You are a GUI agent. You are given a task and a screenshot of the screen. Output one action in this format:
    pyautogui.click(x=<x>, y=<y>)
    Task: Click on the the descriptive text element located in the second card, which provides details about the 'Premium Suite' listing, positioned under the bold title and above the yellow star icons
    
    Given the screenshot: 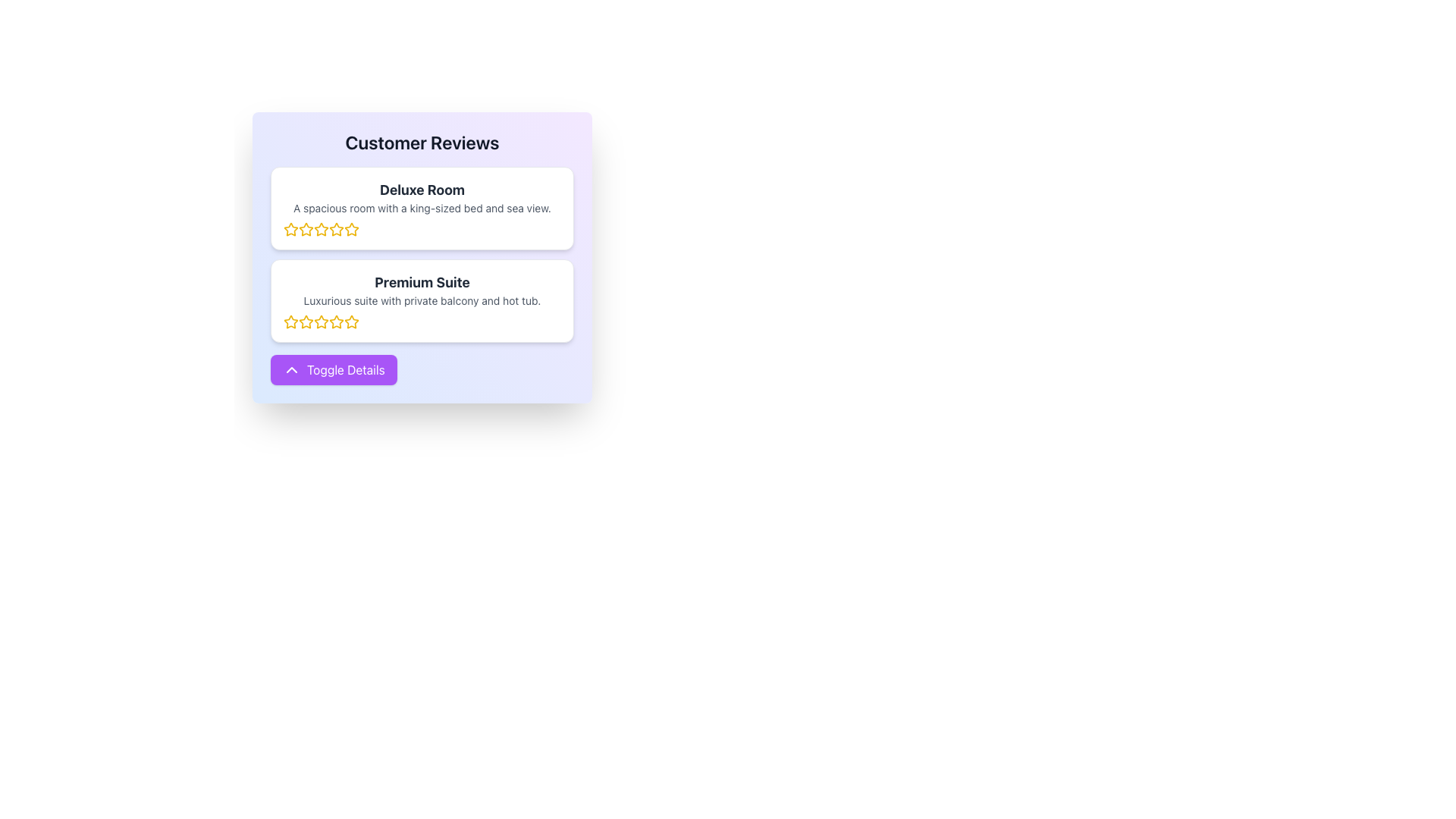 What is the action you would take?
    pyautogui.click(x=422, y=301)
    